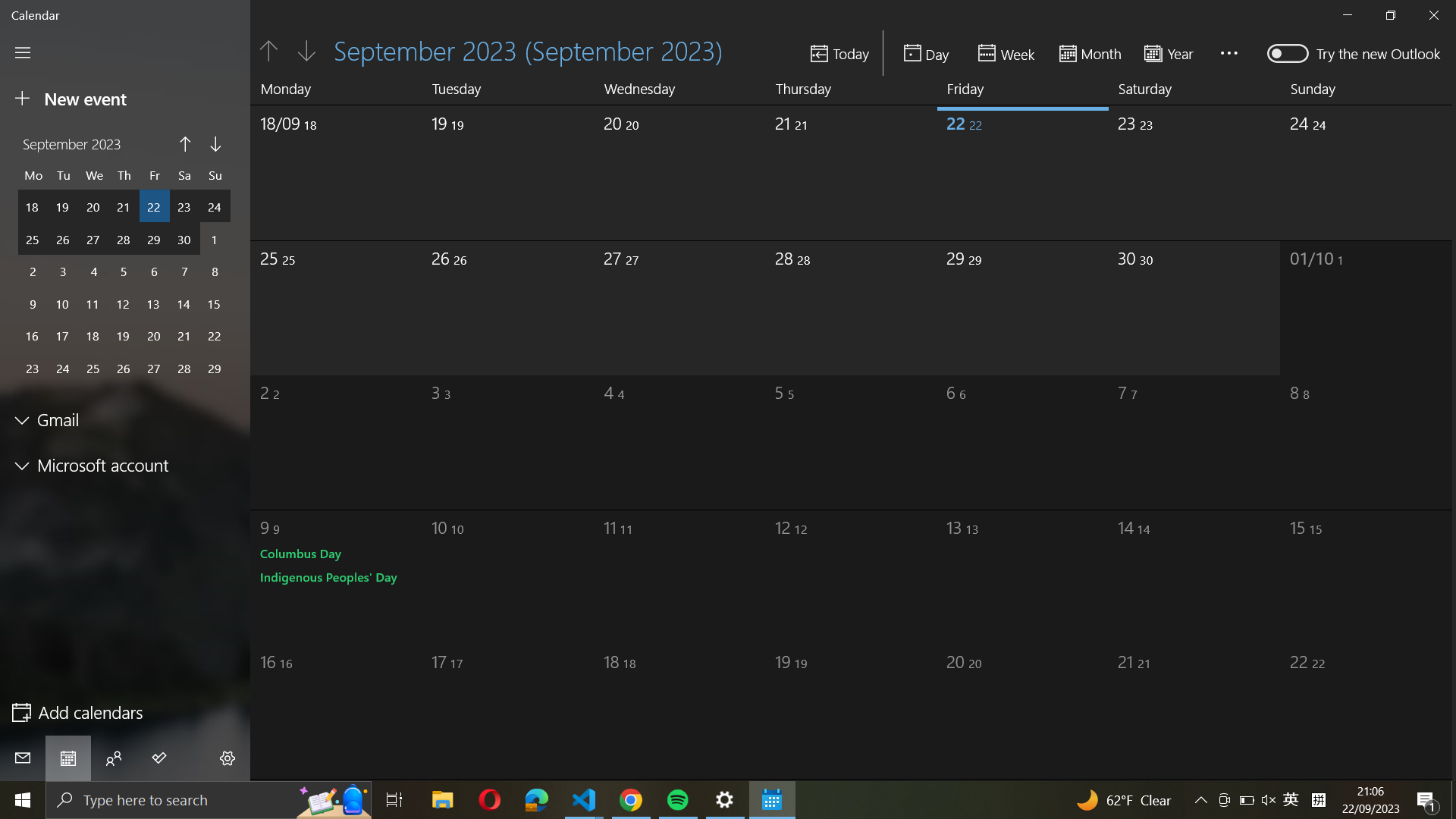 The height and width of the screenshot is (819, 1456). What do you see at coordinates (1195, 167) in the screenshot?
I see `Pick the 30th of September` at bounding box center [1195, 167].